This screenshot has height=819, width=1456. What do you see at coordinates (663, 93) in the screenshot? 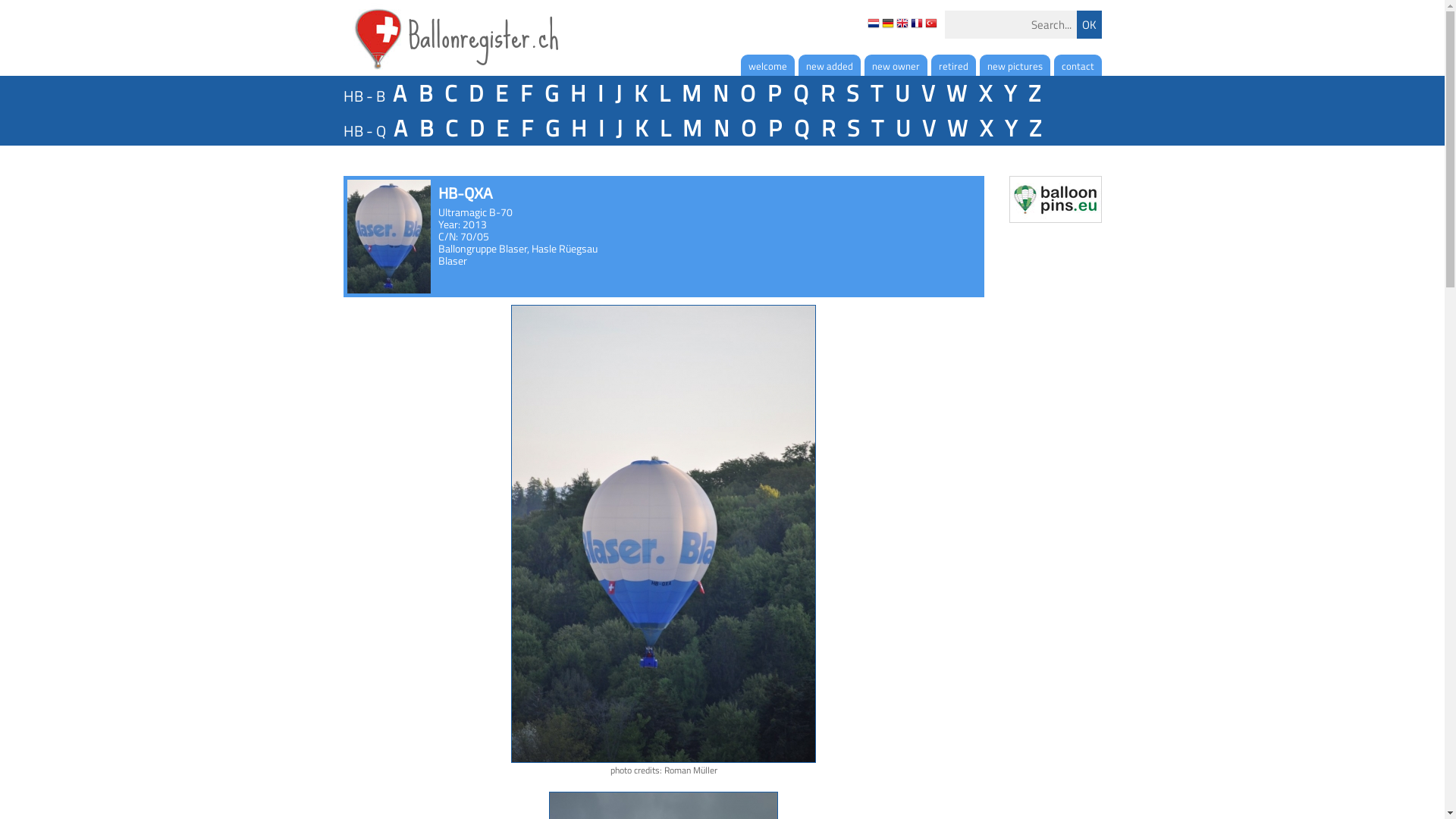
I see `'L'` at bounding box center [663, 93].